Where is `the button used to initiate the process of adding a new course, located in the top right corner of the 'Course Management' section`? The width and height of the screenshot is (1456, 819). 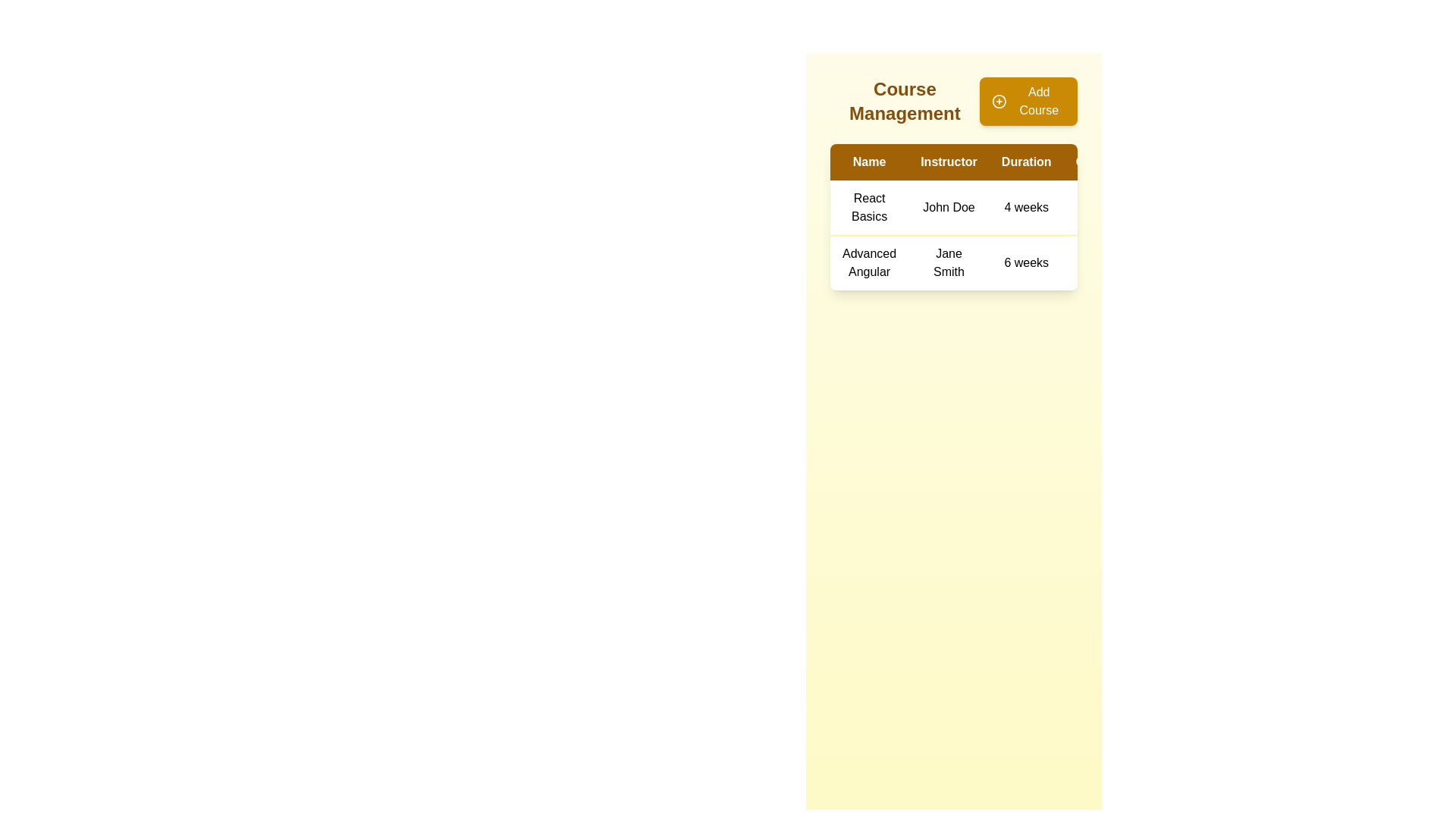 the button used to initiate the process of adding a new course, located in the top right corner of the 'Course Management' section is located at coordinates (1028, 102).